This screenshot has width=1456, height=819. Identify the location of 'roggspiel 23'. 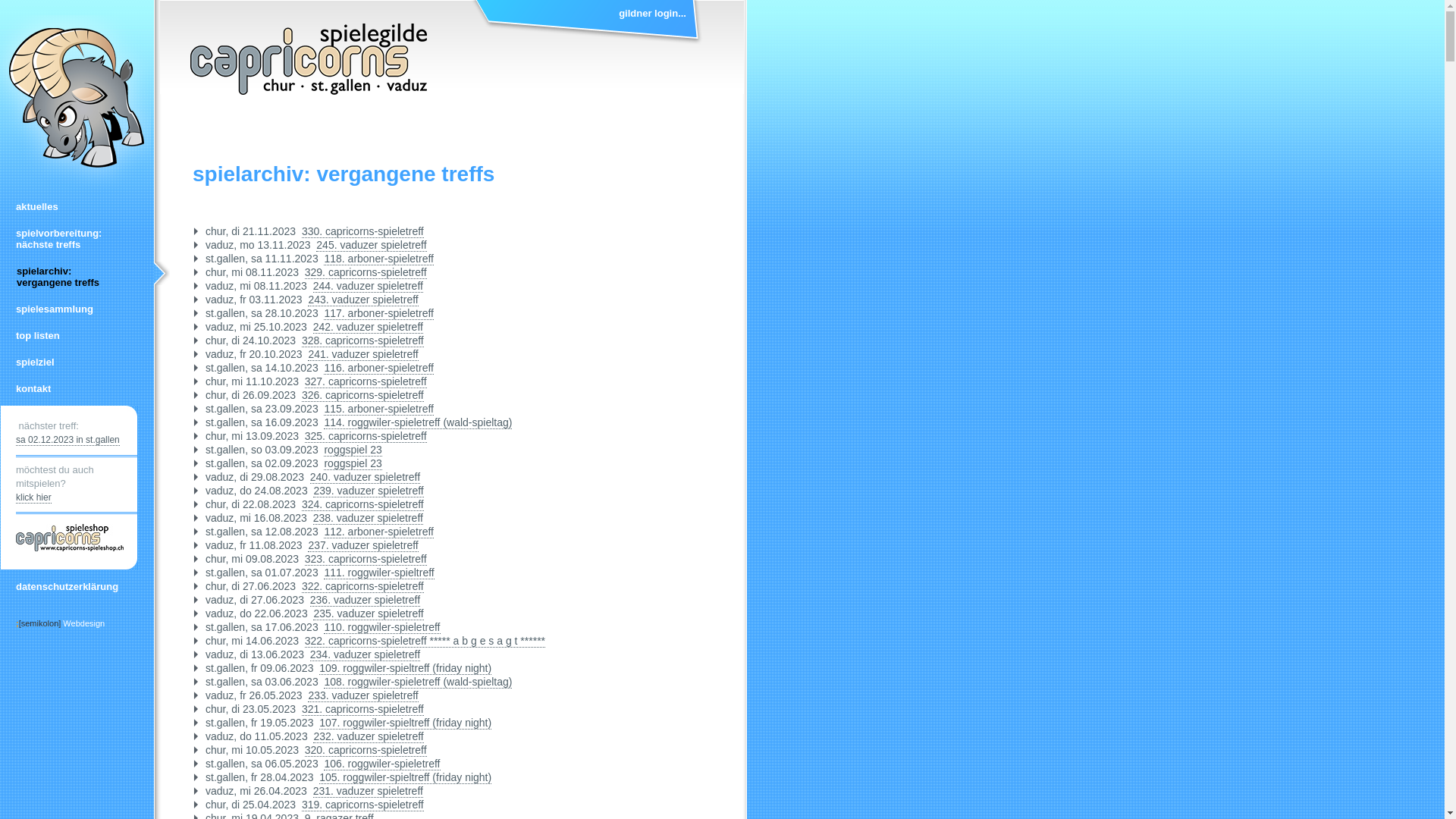
(352, 449).